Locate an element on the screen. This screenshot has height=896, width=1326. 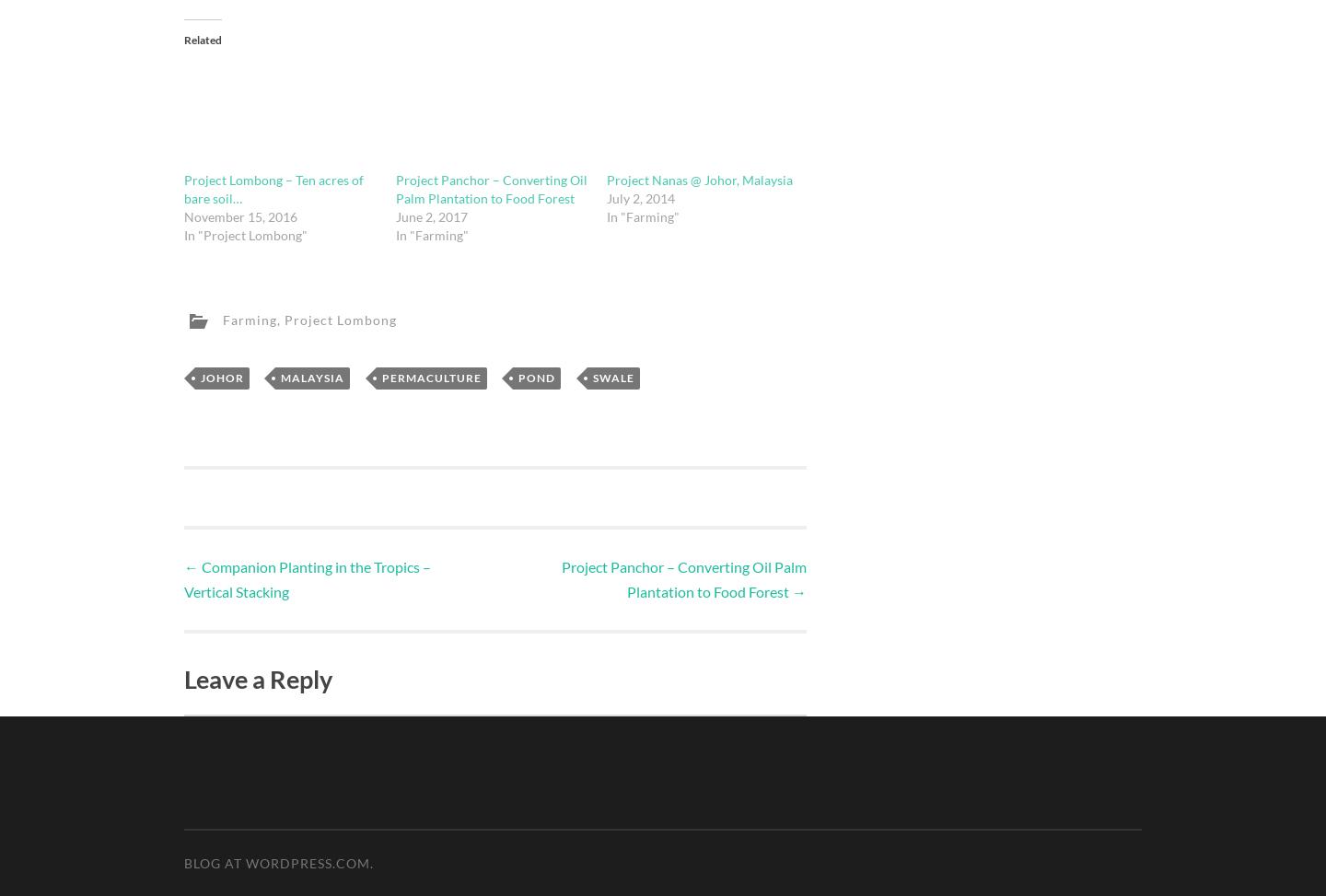
'Leave a Reply' is located at coordinates (257, 678).